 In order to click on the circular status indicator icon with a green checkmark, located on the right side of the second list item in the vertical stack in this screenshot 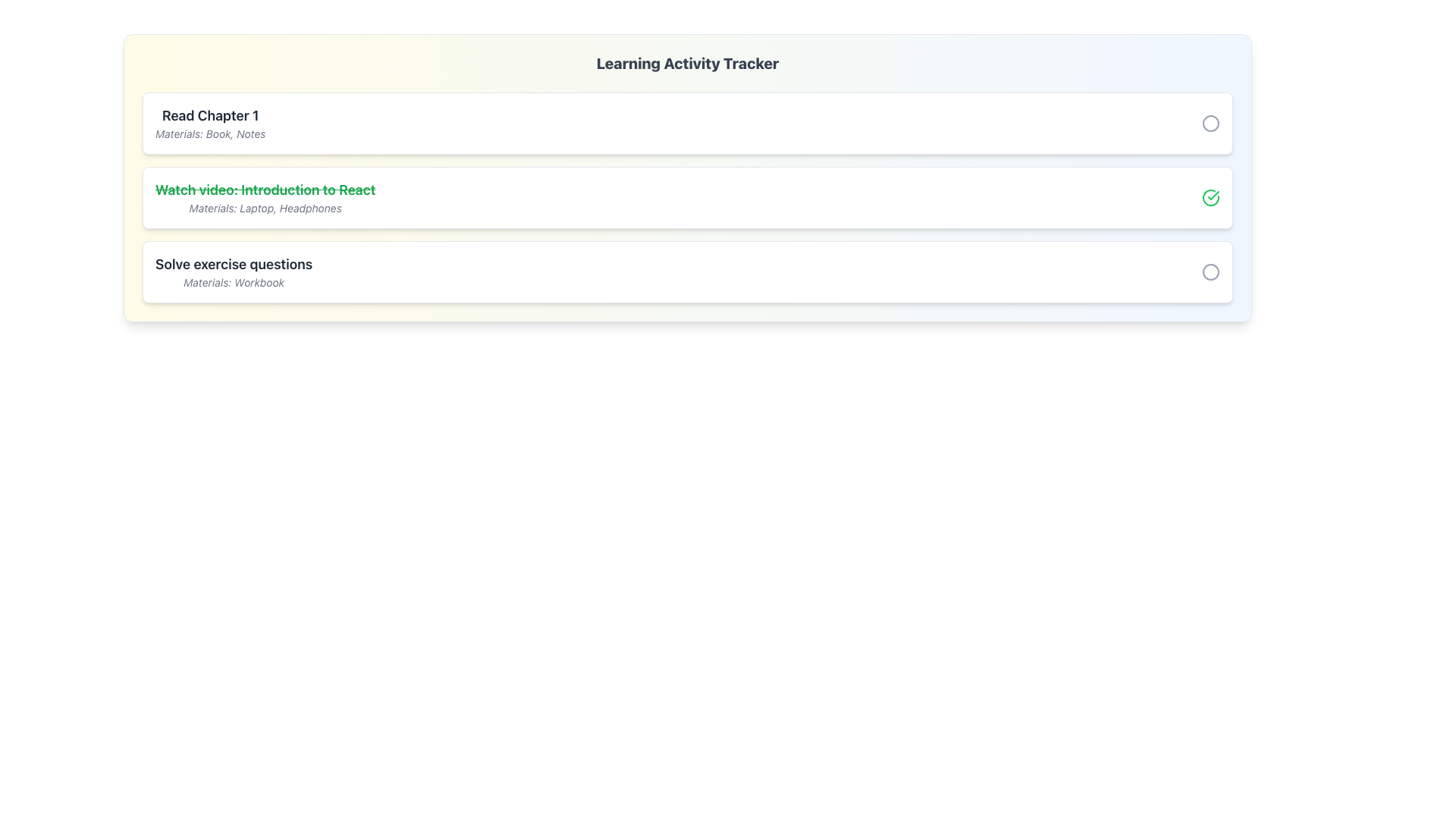, I will do `click(1210, 197)`.